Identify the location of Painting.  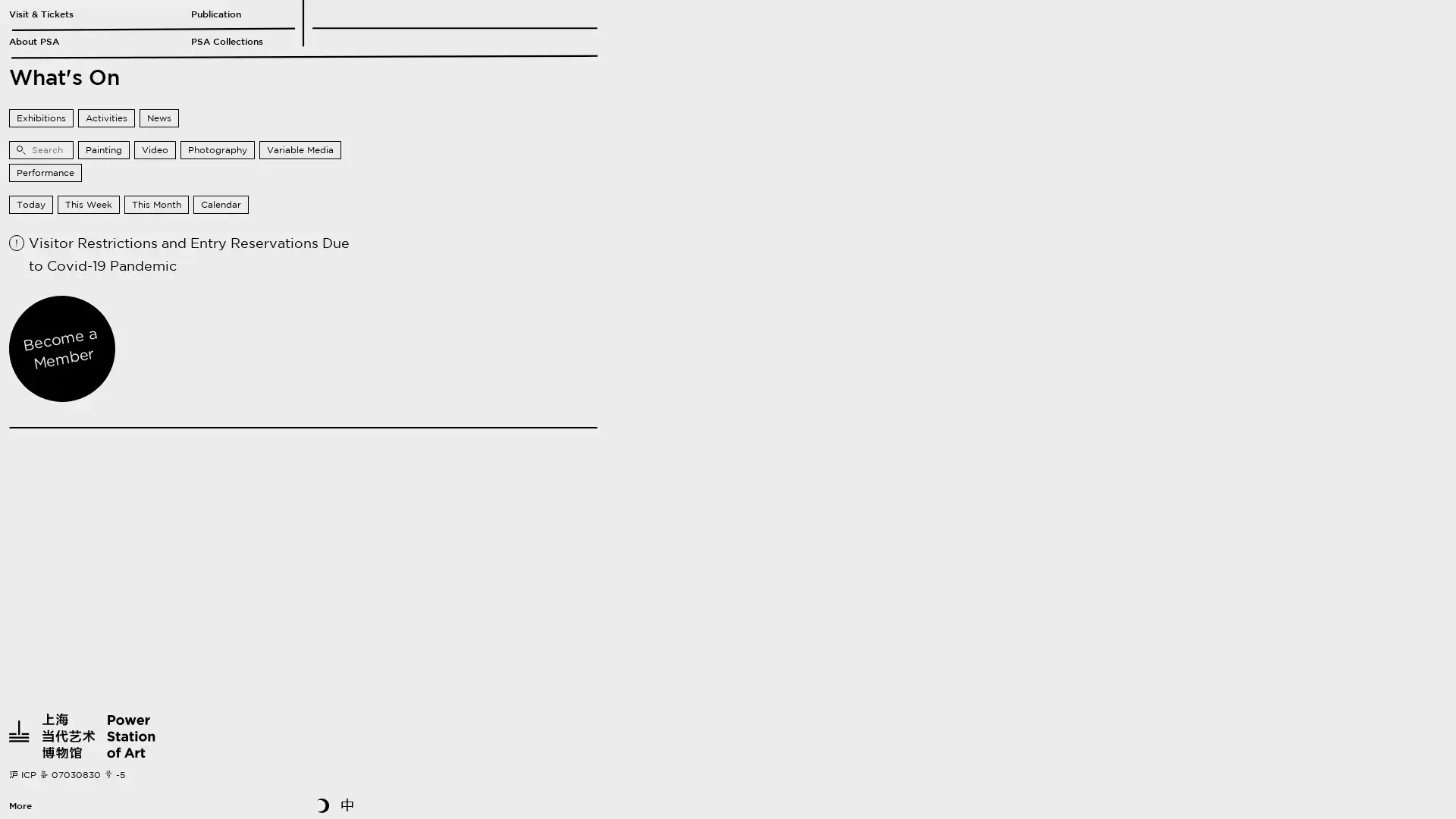
(103, 149).